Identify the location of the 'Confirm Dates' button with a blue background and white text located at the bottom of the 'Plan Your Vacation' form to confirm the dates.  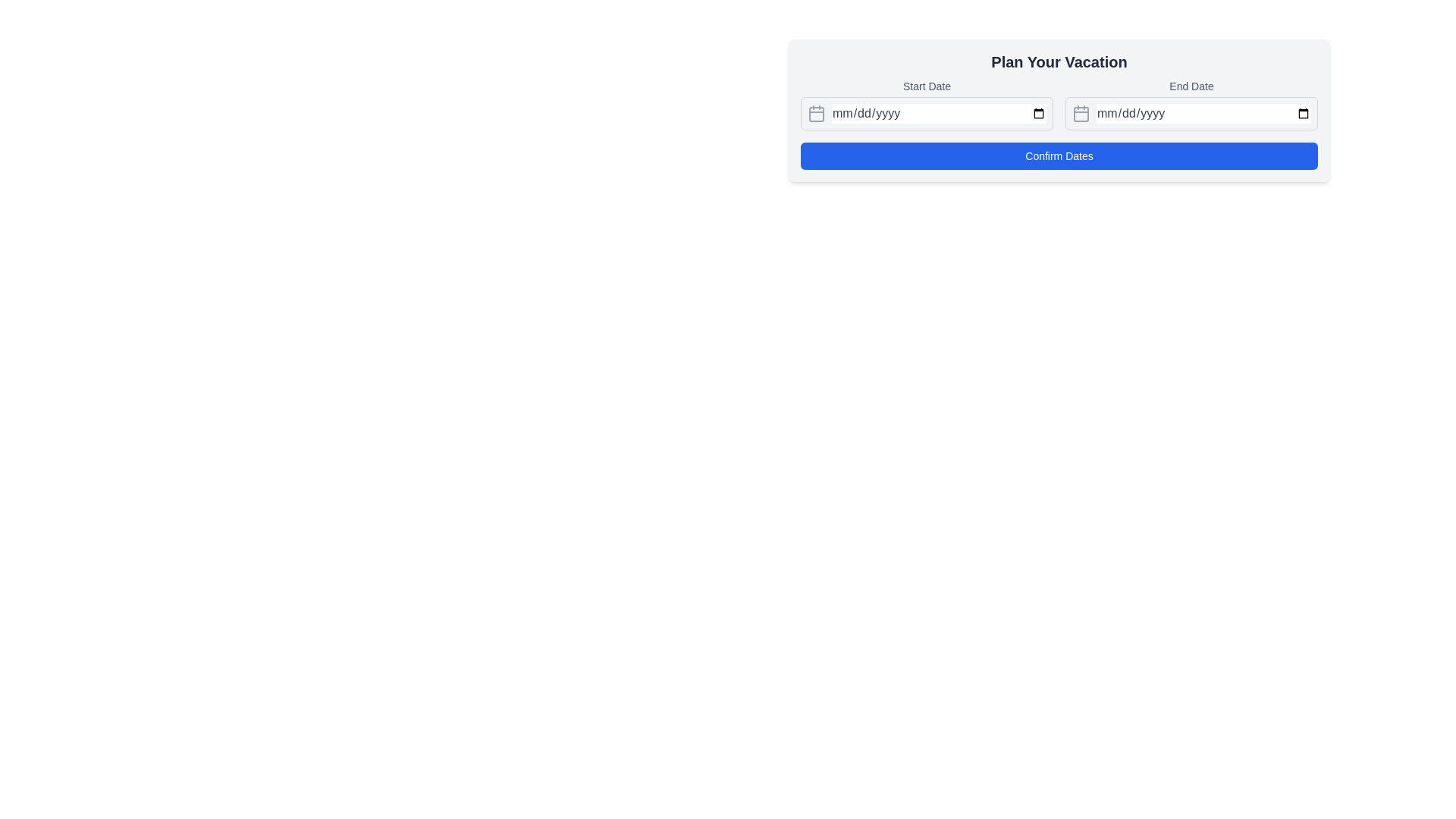
(1058, 155).